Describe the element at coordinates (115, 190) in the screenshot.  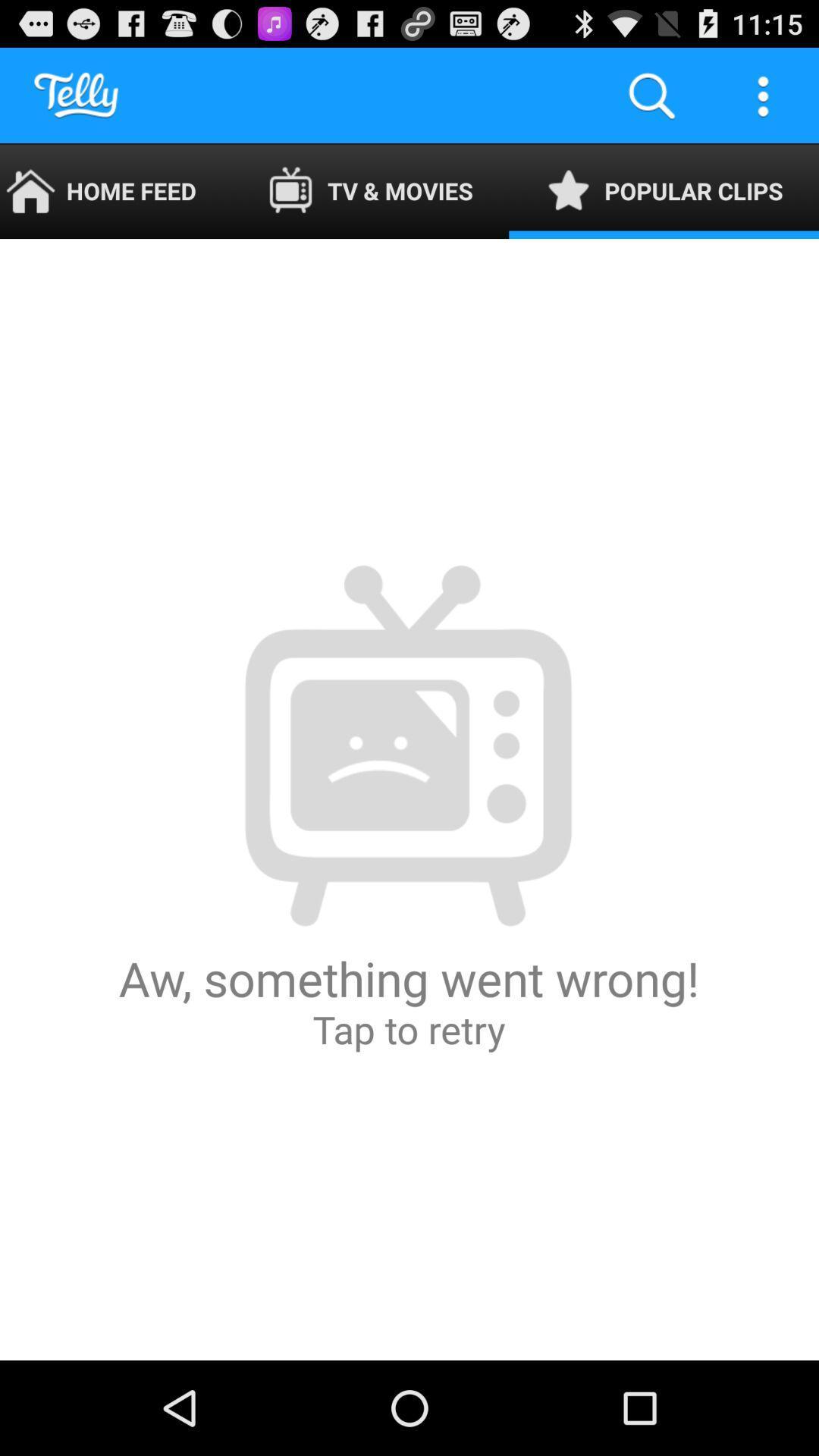
I see `the icon above the aw something went app` at that location.